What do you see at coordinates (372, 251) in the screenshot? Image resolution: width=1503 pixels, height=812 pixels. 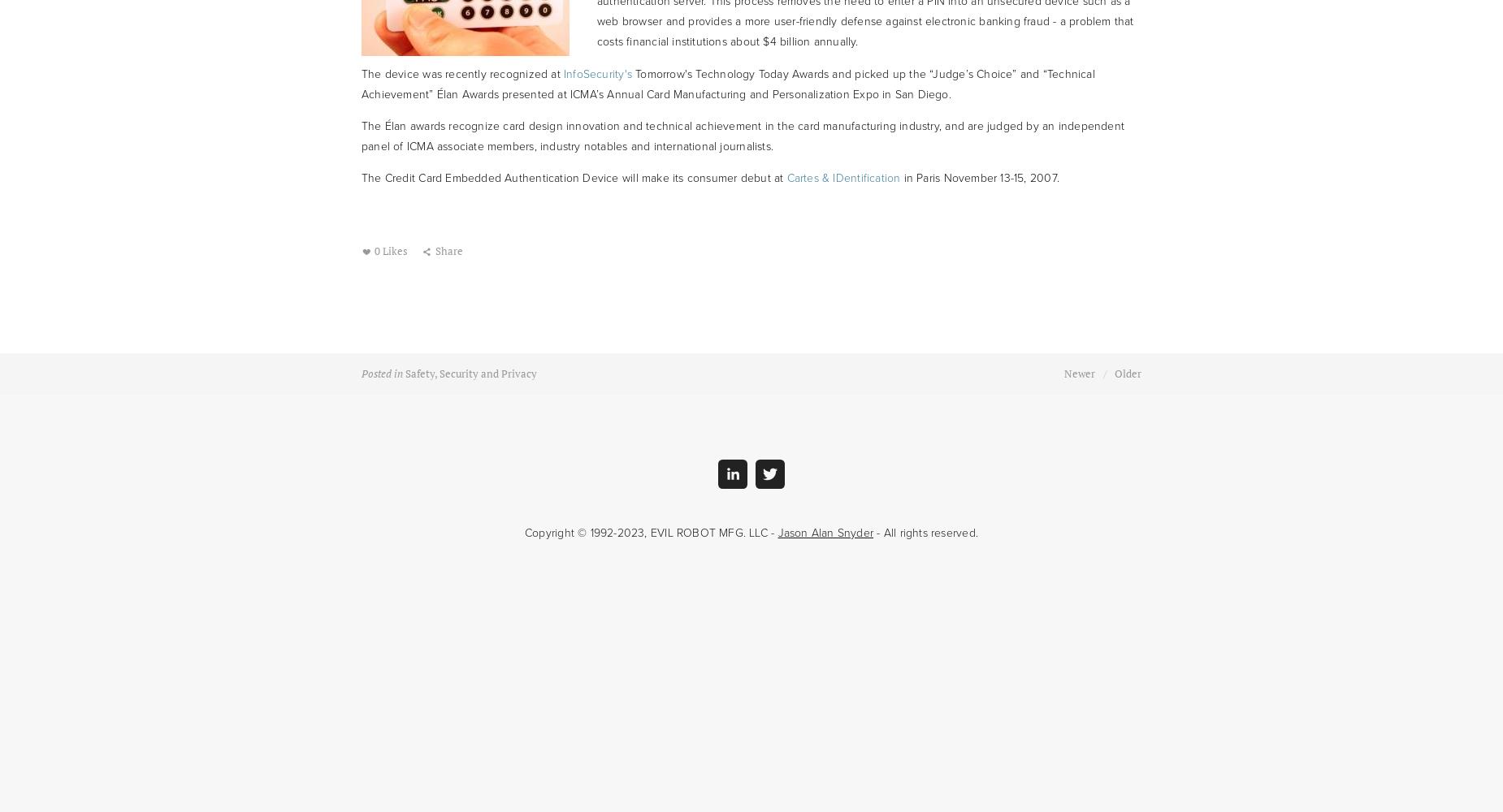 I see `'0 Likes'` at bounding box center [372, 251].